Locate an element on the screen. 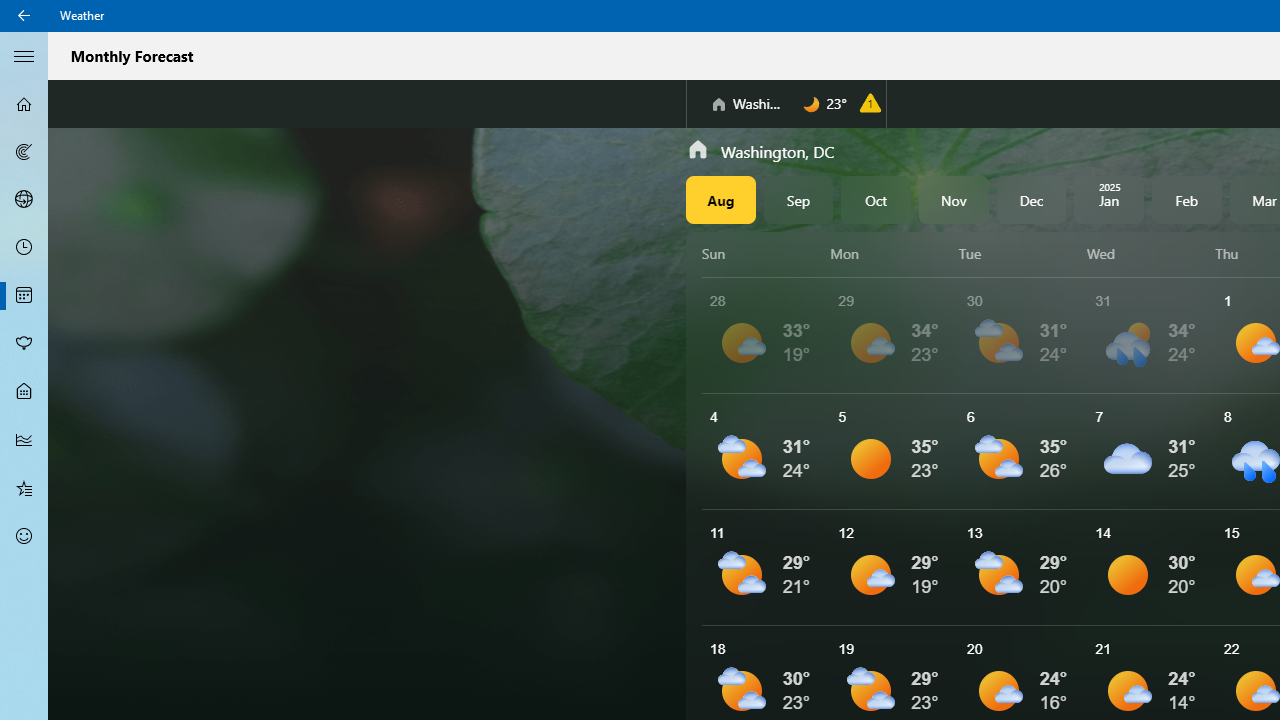  'Back' is located at coordinates (24, 15).